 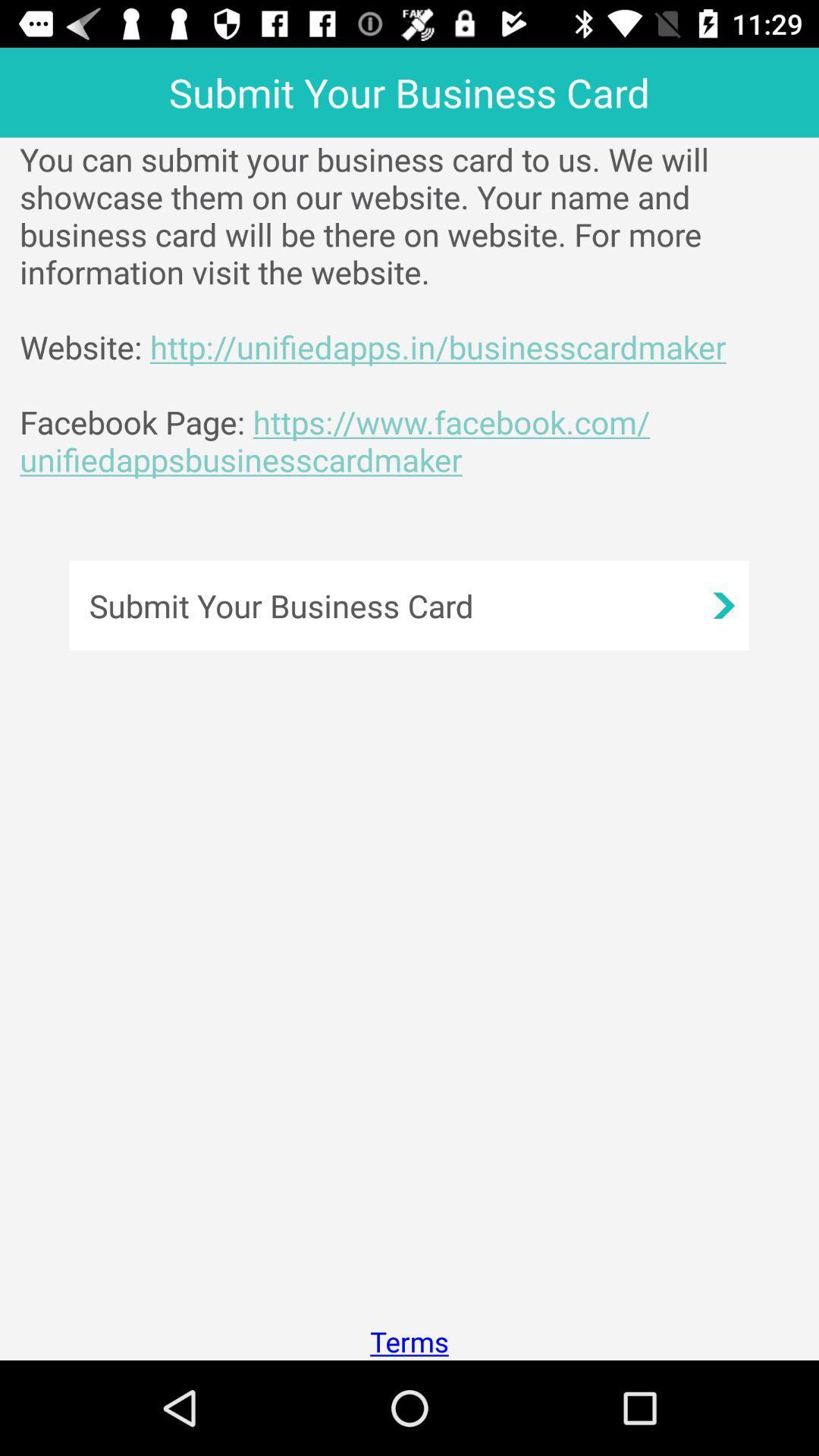 What do you see at coordinates (419, 309) in the screenshot?
I see `item above the submit your business app` at bounding box center [419, 309].